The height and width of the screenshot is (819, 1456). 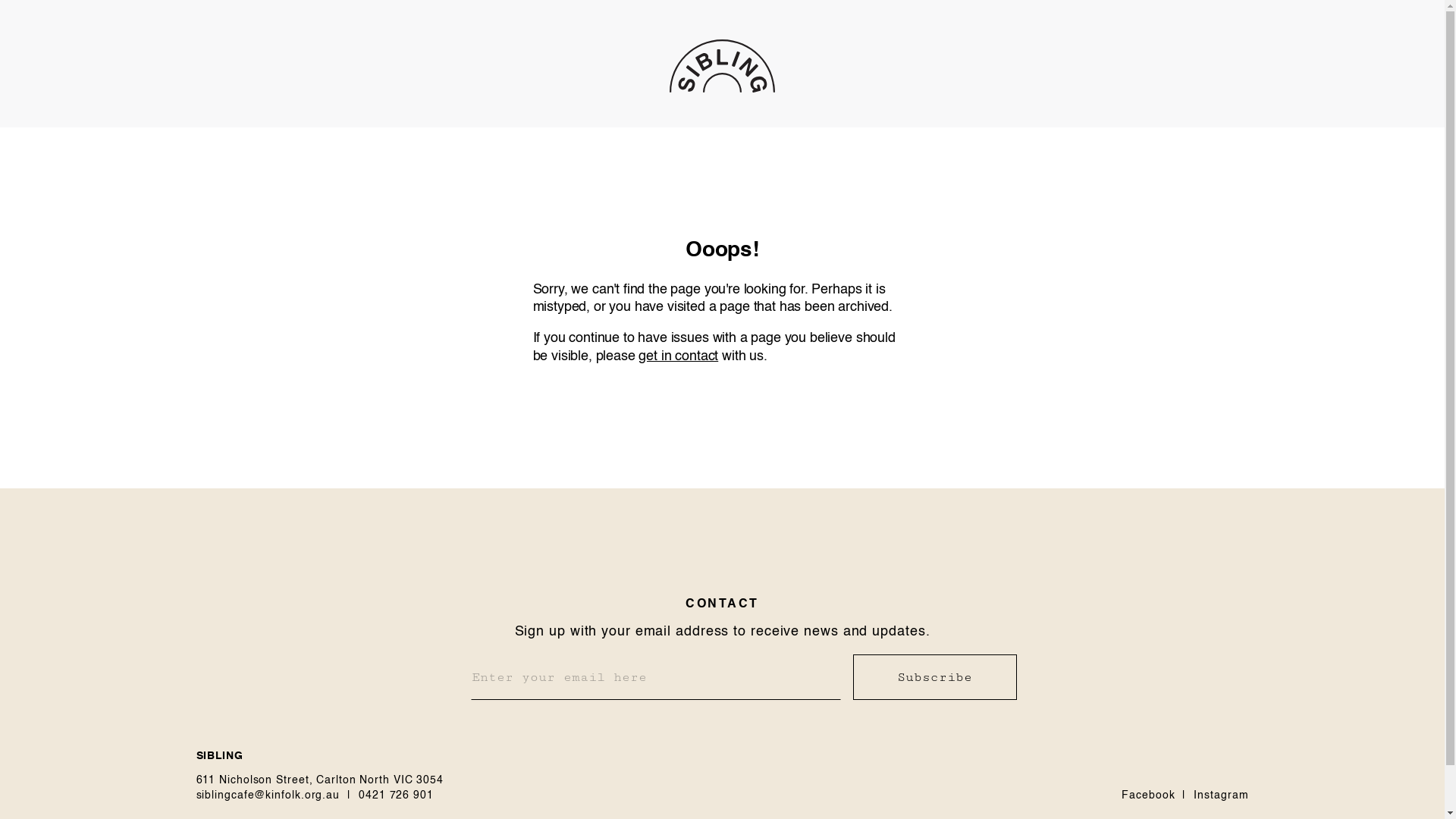 What do you see at coordinates (677, 356) in the screenshot?
I see `'get in contact'` at bounding box center [677, 356].